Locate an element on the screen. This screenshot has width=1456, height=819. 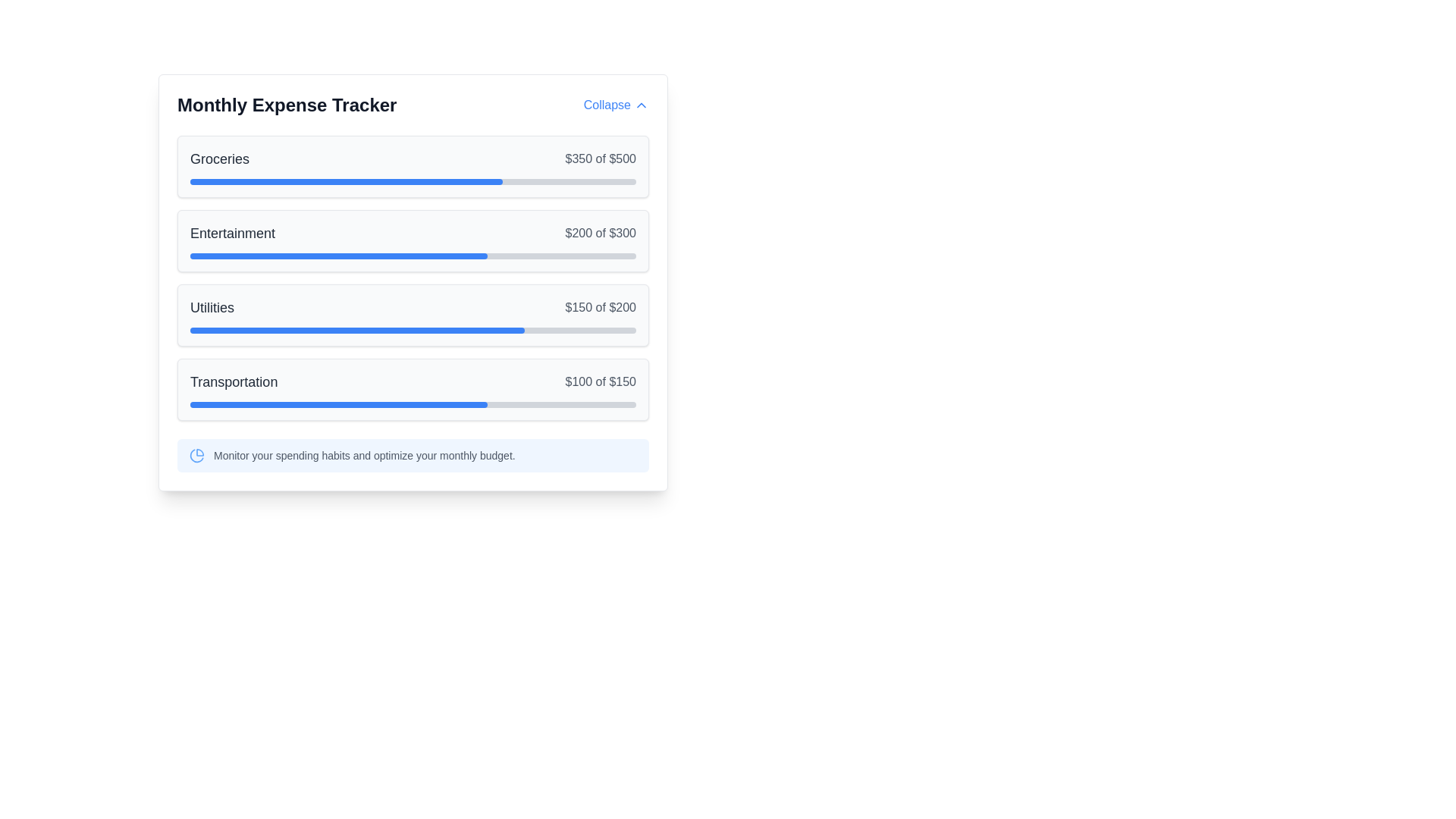
the filled portion of the progress indicator bar representing expenses incurred in the 'Groceries' category within the 'Monthly Expense Tracker' section is located at coordinates (345, 180).